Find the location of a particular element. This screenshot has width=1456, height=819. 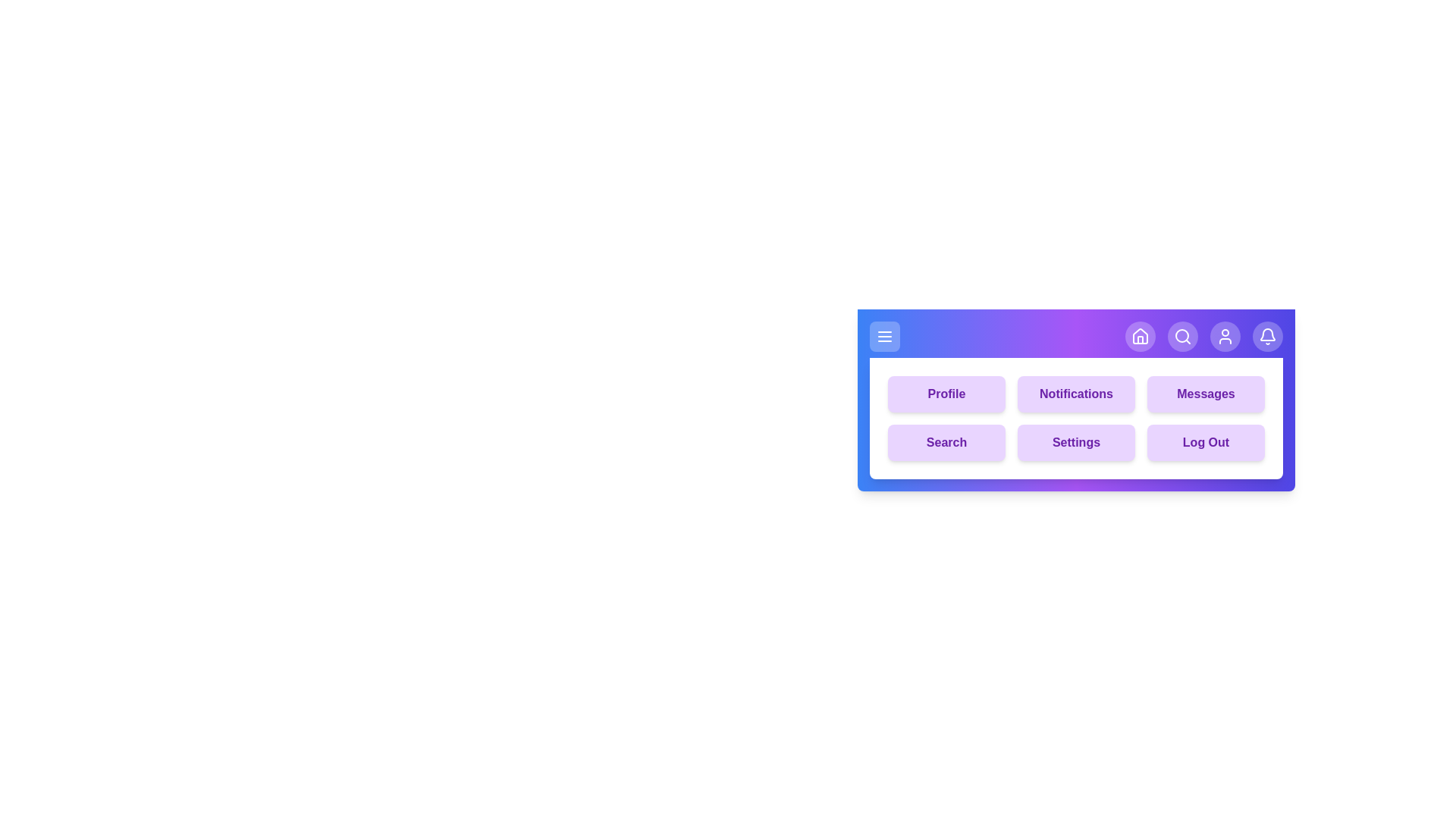

the menu button labeled Settings is located at coordinates (1075, 442).